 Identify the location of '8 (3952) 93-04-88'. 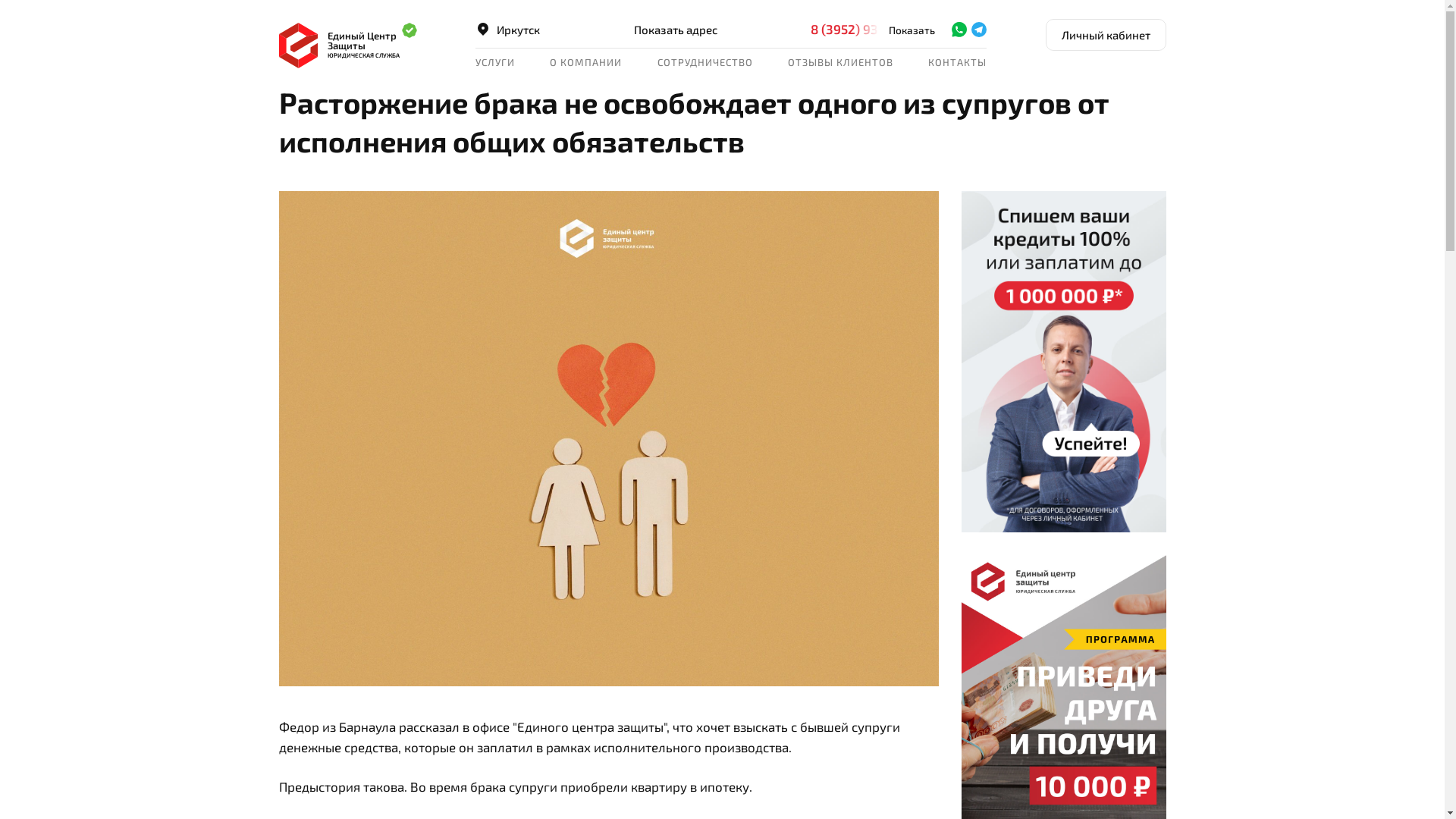
(878, 29).